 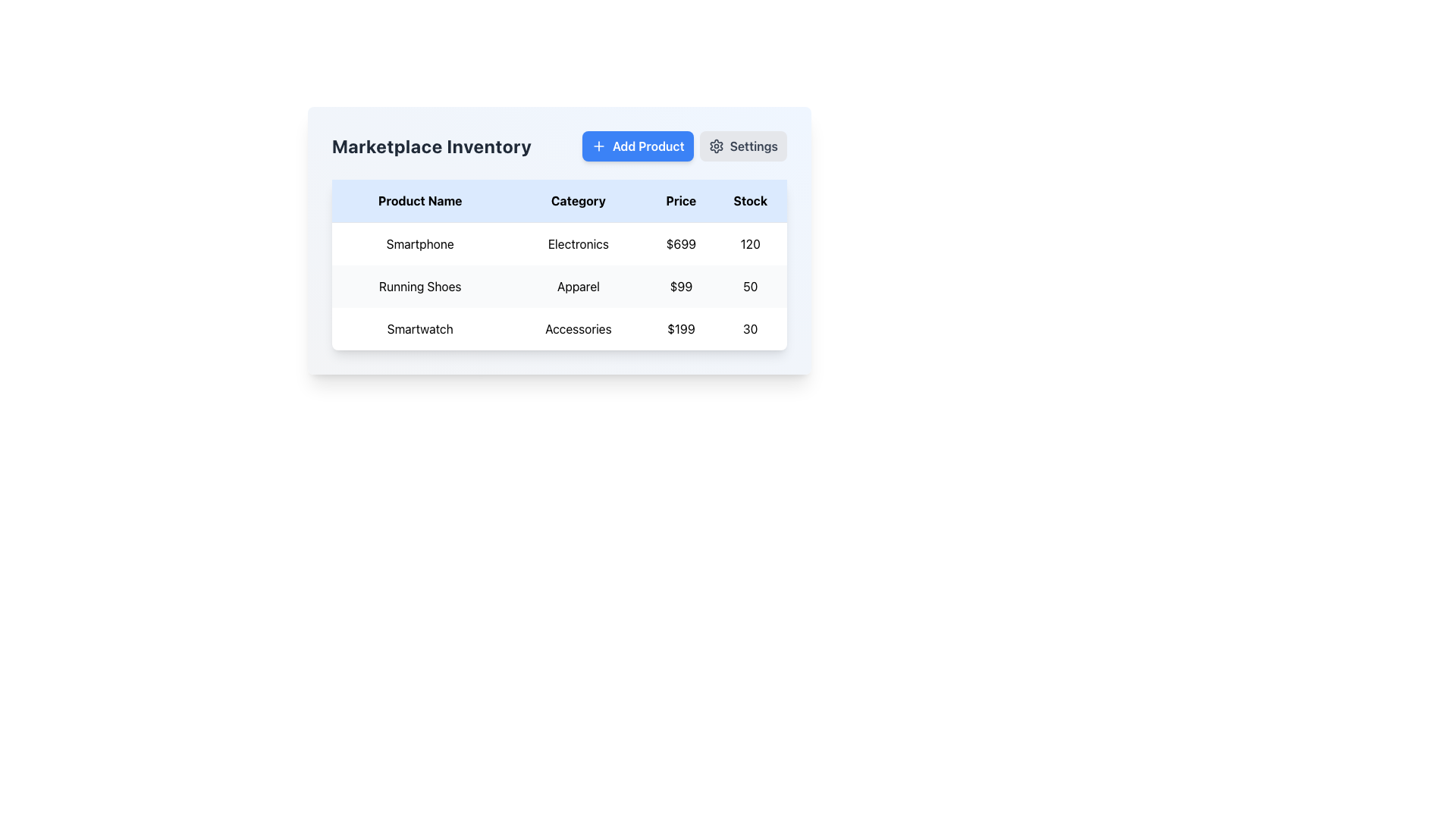 I want to click on the Text Label that identifies the product name in the first row of the 'Marketplace Inventory' table, so click(x=420, y=243).